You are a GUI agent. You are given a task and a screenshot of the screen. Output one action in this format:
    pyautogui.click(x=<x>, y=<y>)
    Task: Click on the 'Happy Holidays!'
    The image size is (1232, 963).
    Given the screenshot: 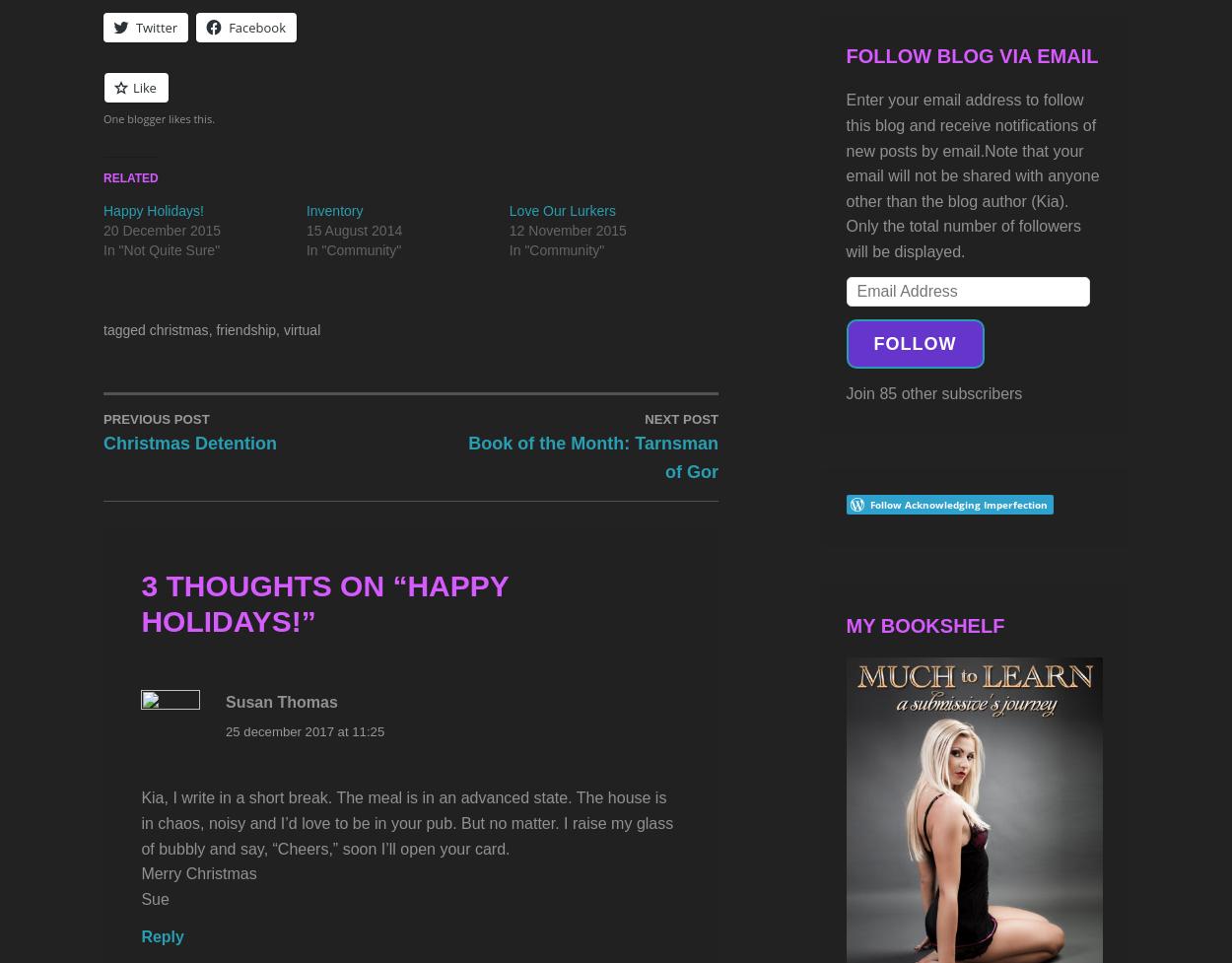 What is the action you would take?
    pyautogui.click(x=323, y=601)
    